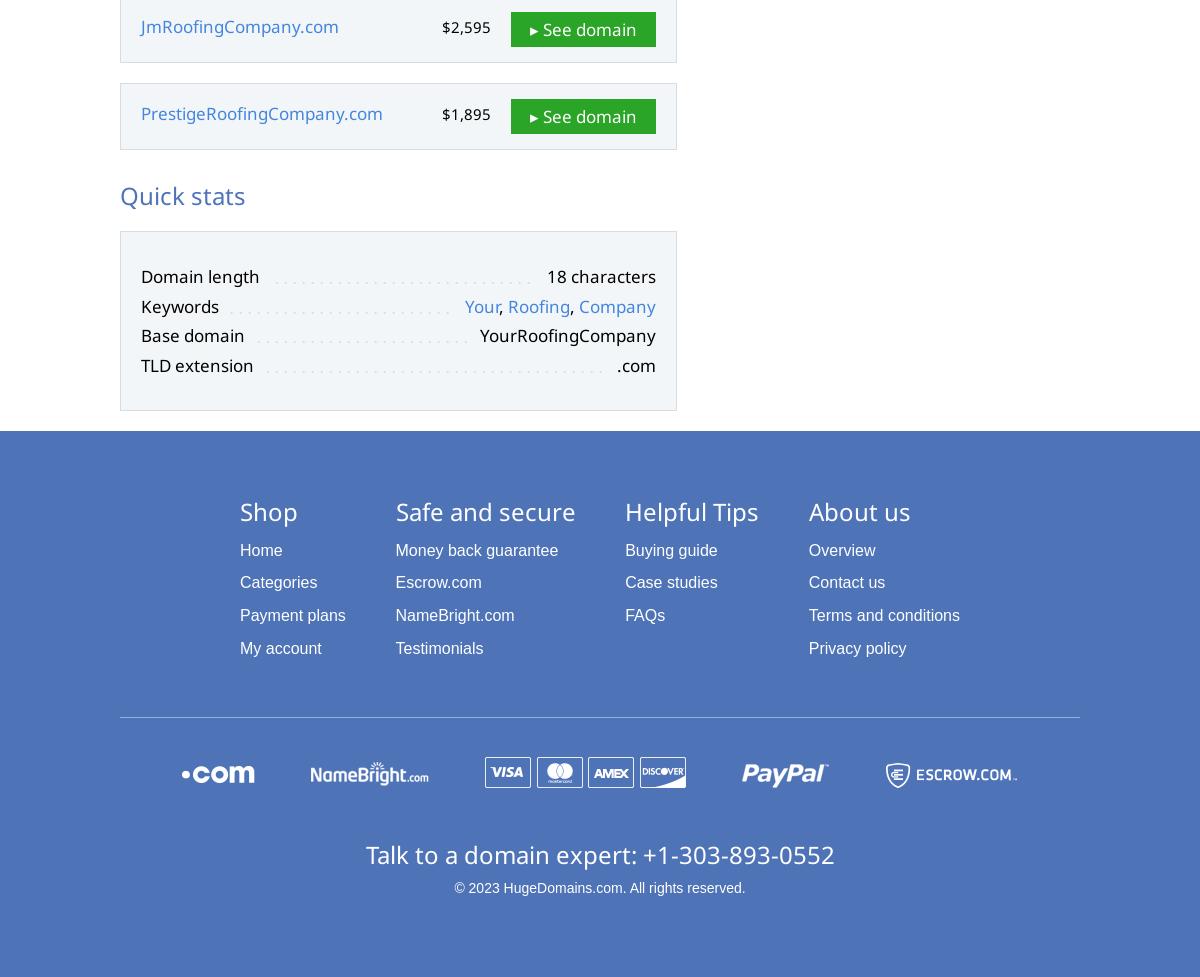 The image size is (1200, 977). I want to click on 'FAQs', so click(624, 614).